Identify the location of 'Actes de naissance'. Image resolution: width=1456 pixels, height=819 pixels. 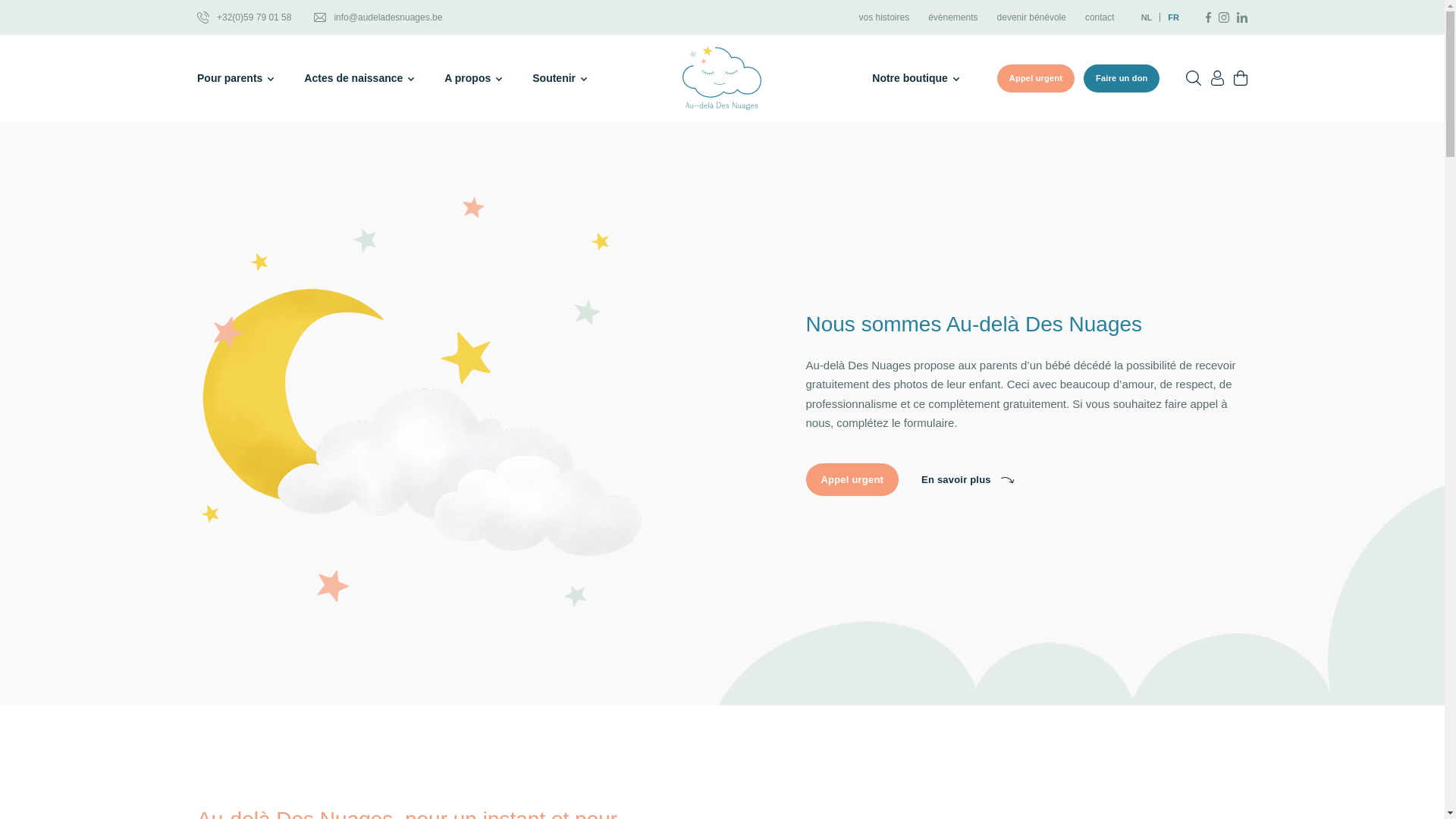
(358, 78).